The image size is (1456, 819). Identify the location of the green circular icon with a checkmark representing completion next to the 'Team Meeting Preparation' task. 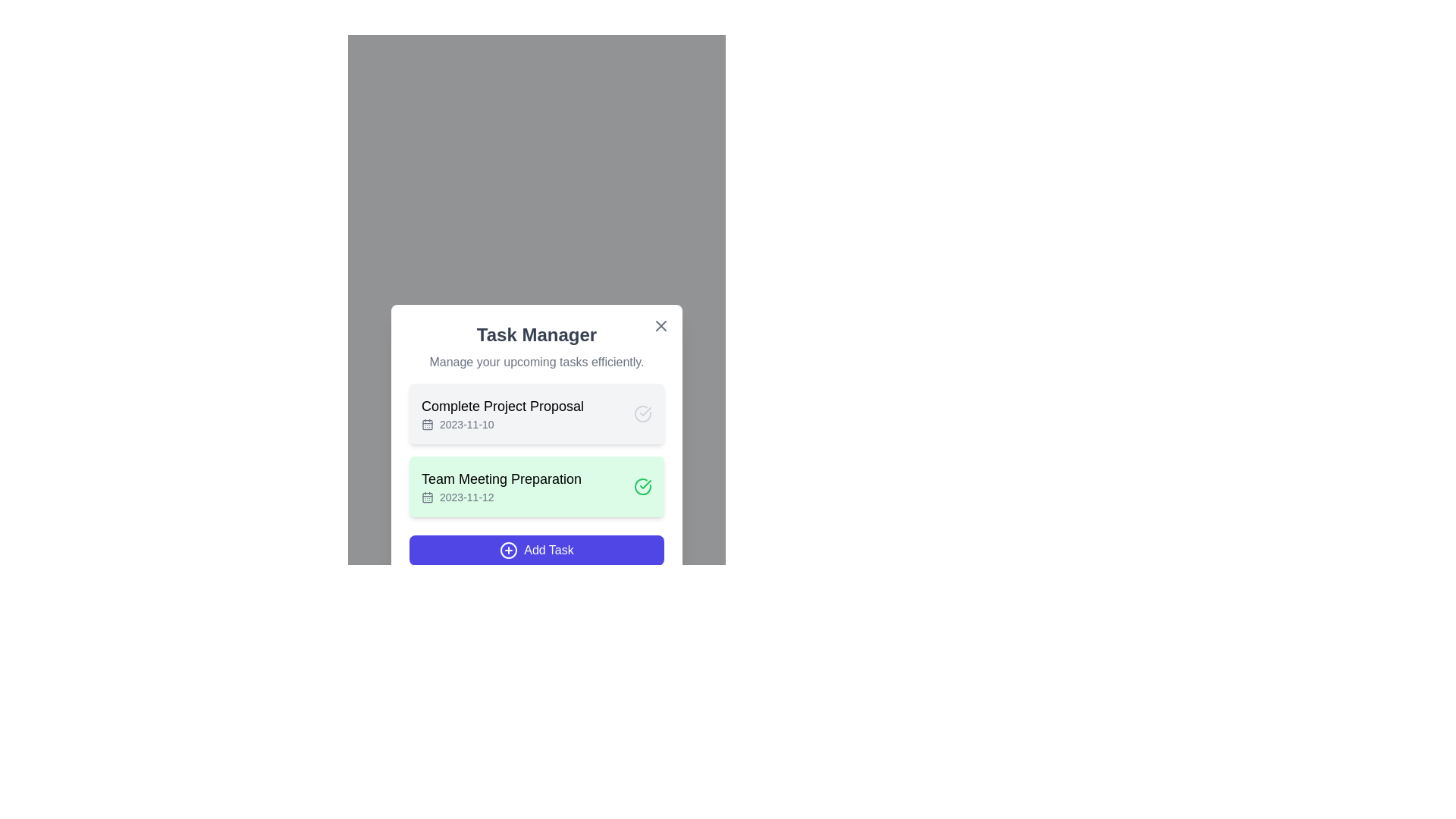
(643, 486).